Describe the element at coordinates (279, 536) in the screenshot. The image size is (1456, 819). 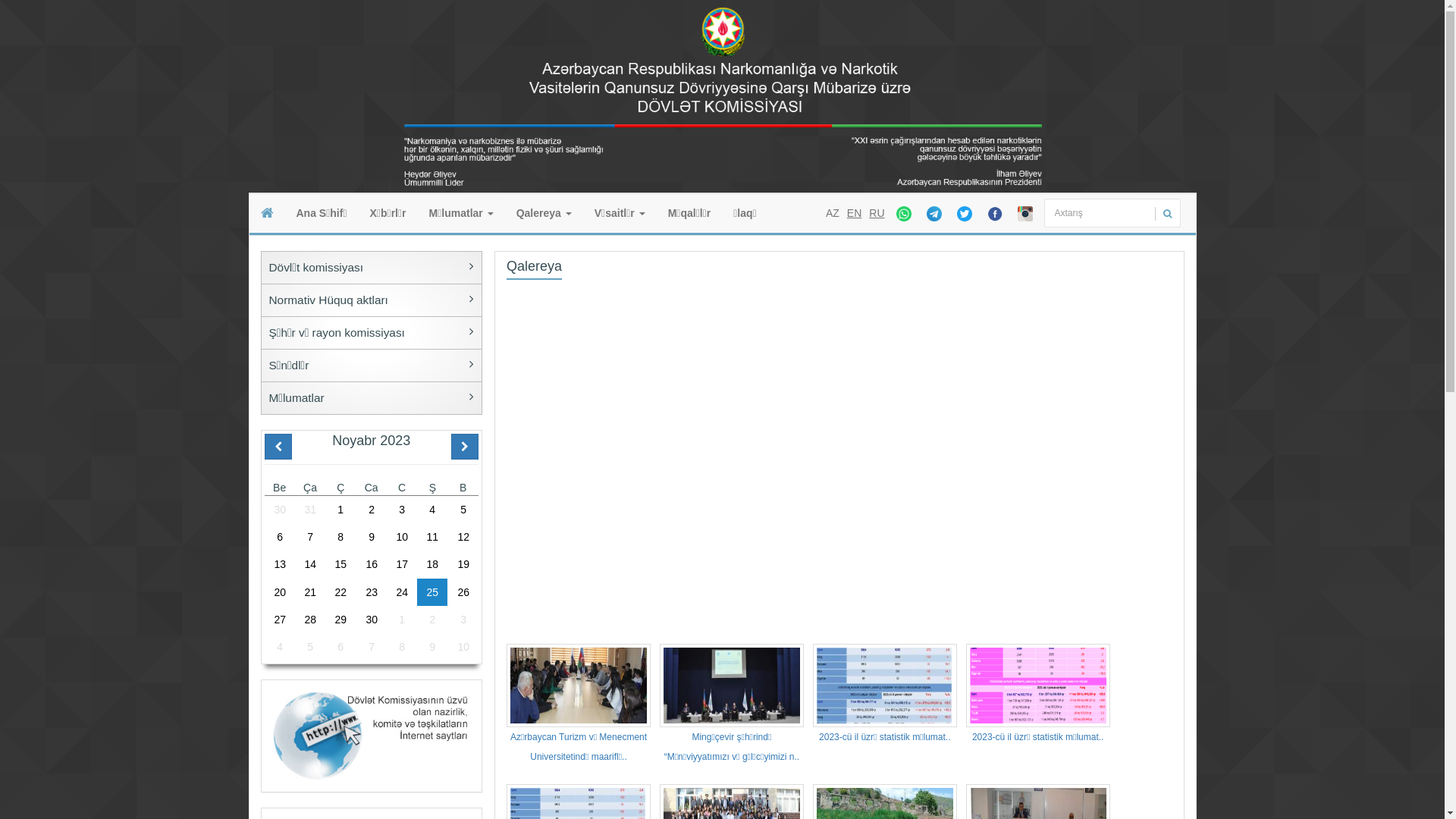
I see `'6'` at that location.